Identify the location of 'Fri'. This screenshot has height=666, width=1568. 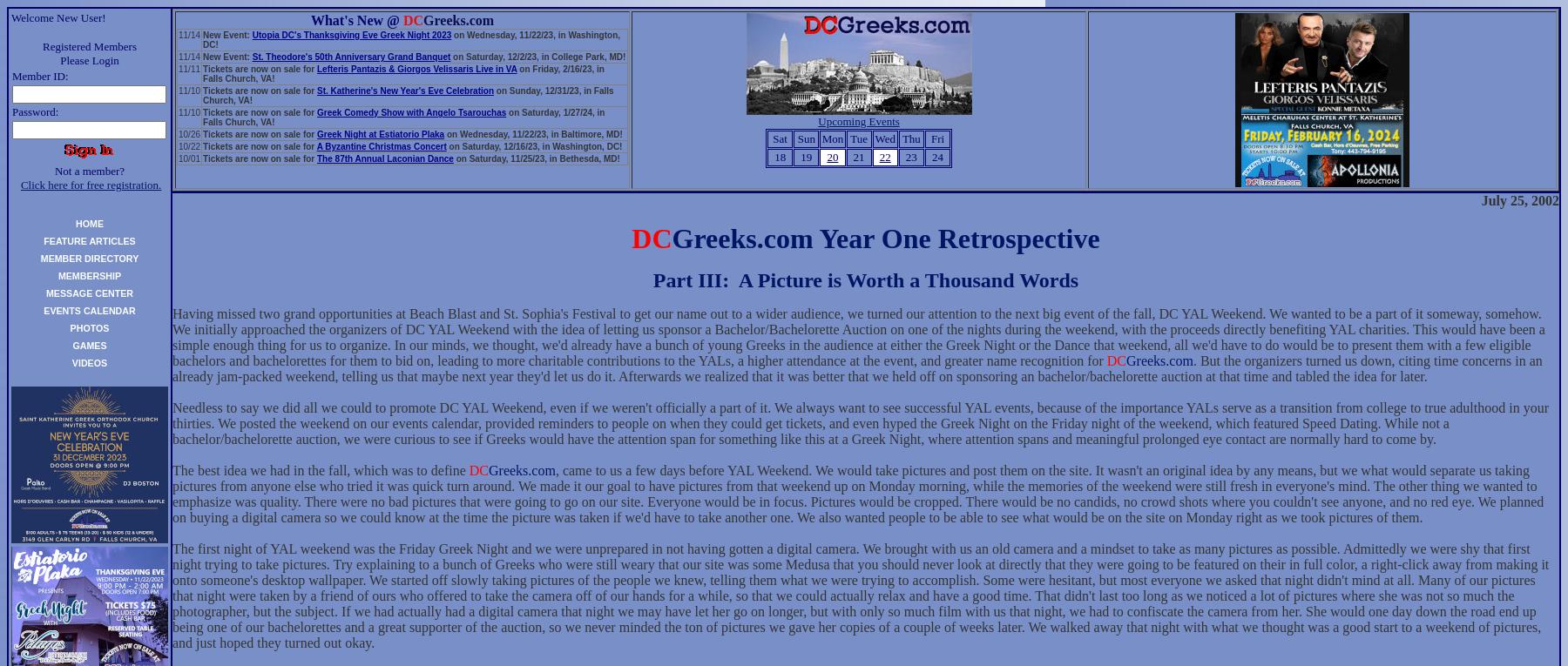
(929, 138).